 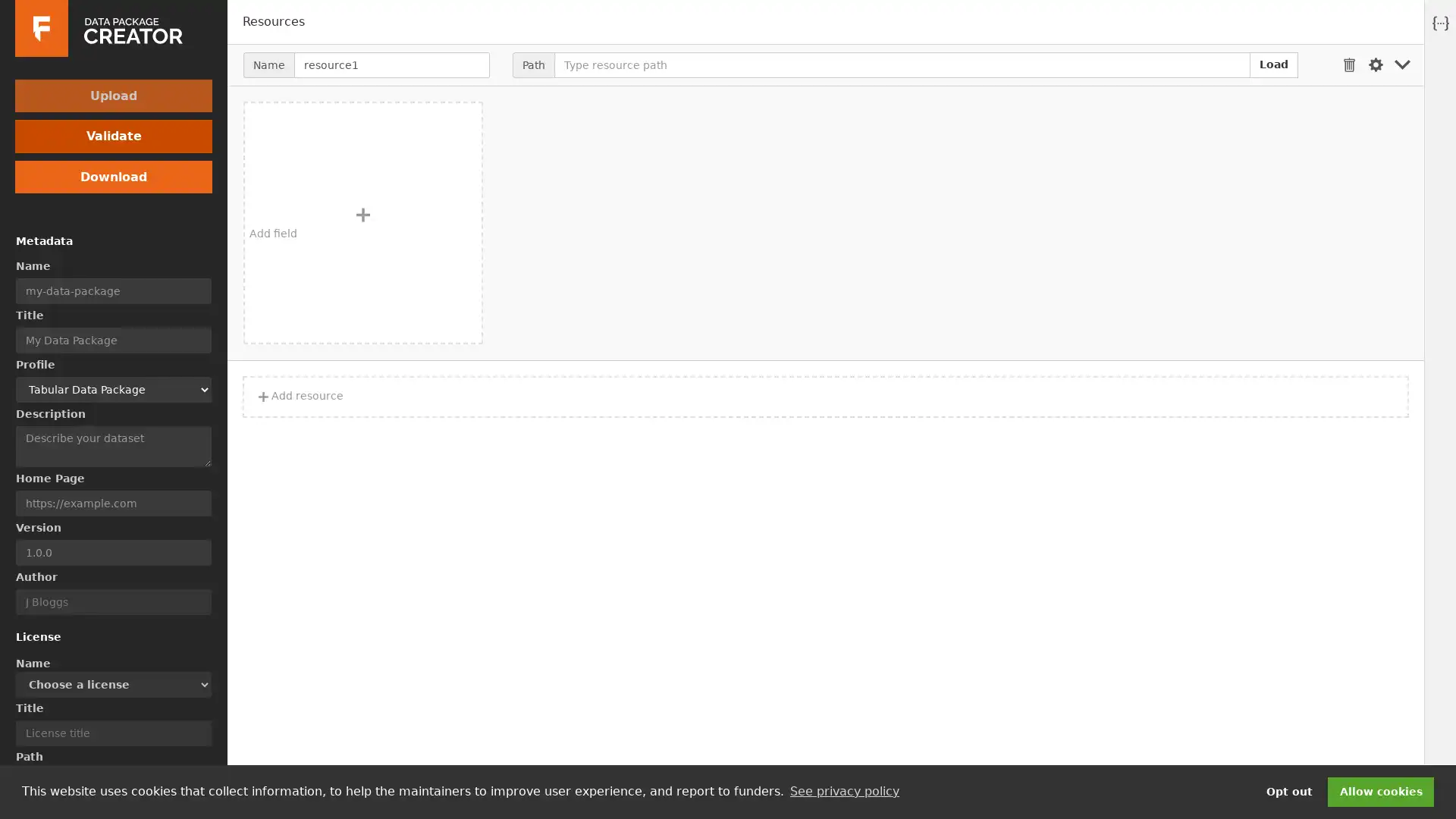 I want to click on Validate, so click(x=112, y=135).